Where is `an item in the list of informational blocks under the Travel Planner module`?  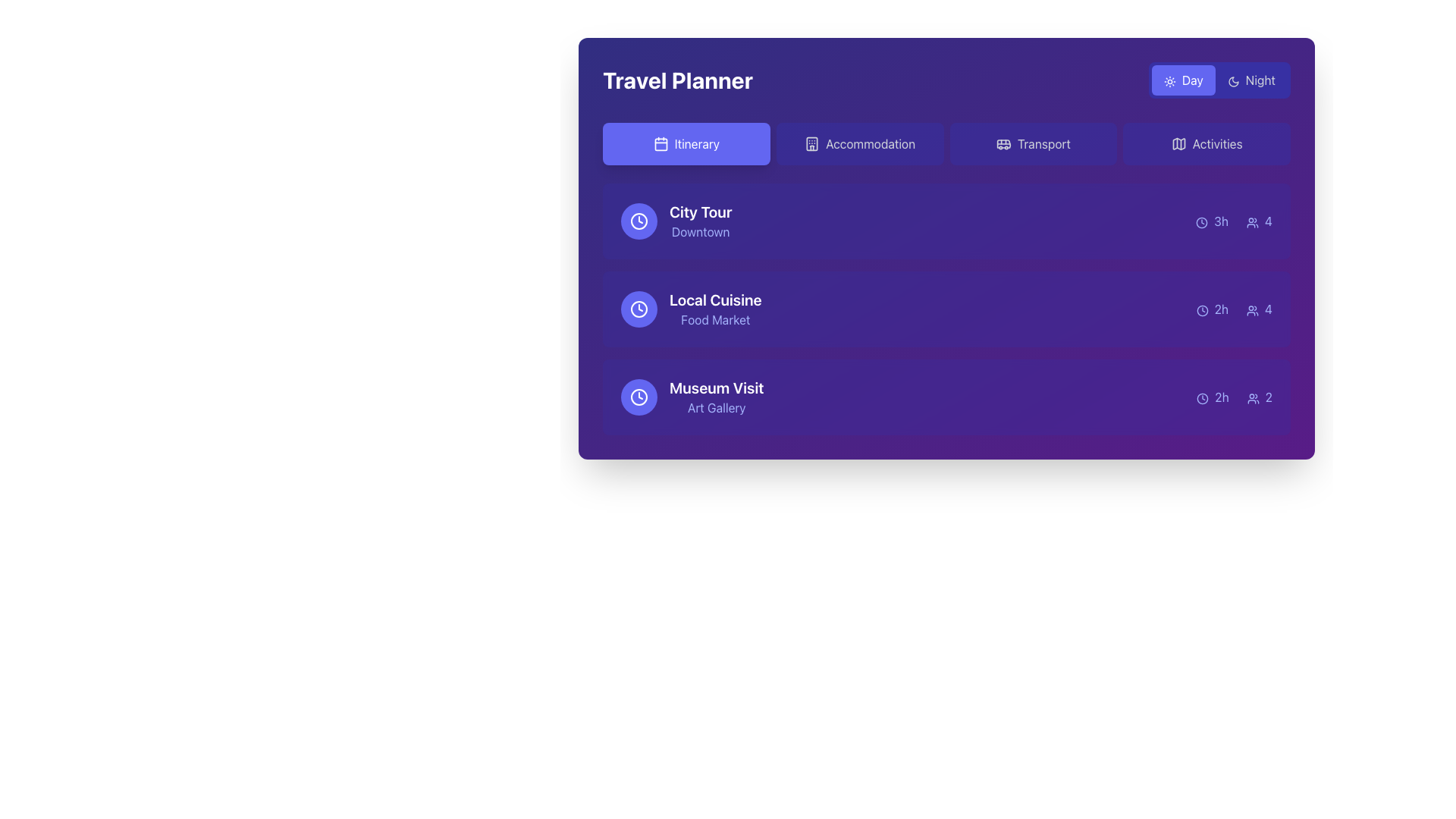 an item in the list of informational blocks under the Travel Planner module is located at coordinates (946, 309).